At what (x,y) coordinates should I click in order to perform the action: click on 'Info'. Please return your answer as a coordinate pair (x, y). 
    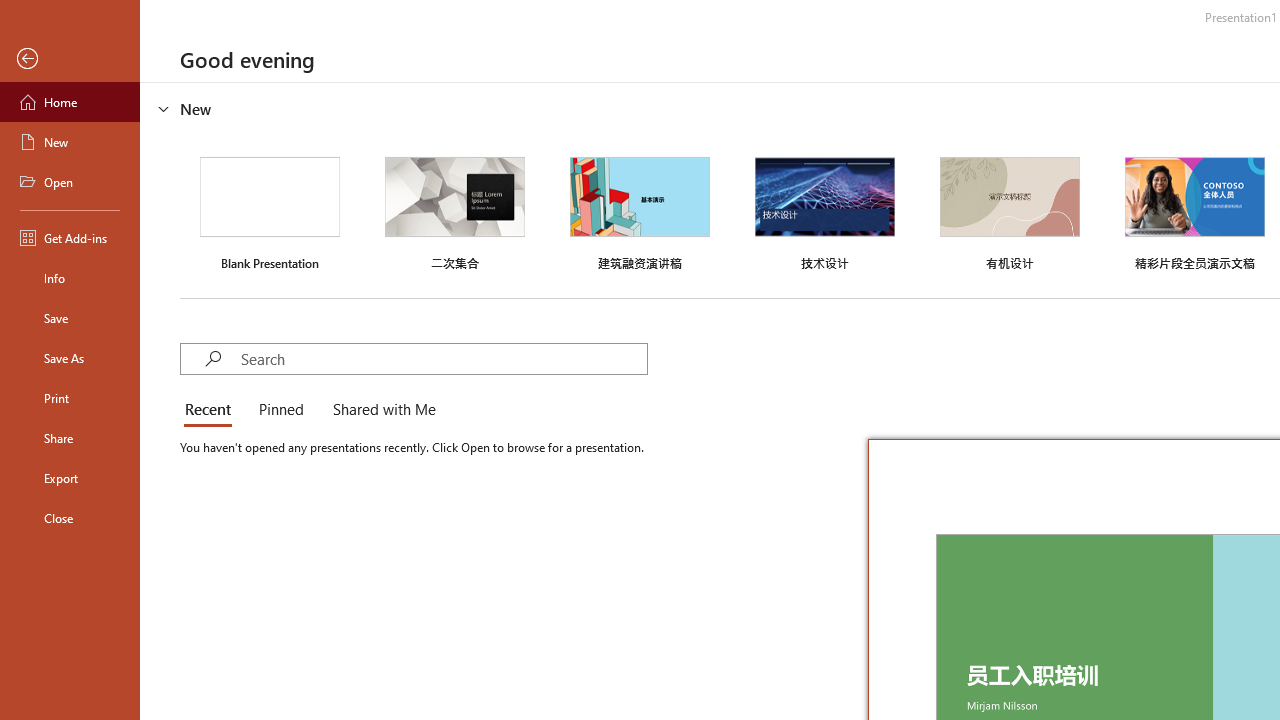
    Looking at the image, I should click on (69, 277).